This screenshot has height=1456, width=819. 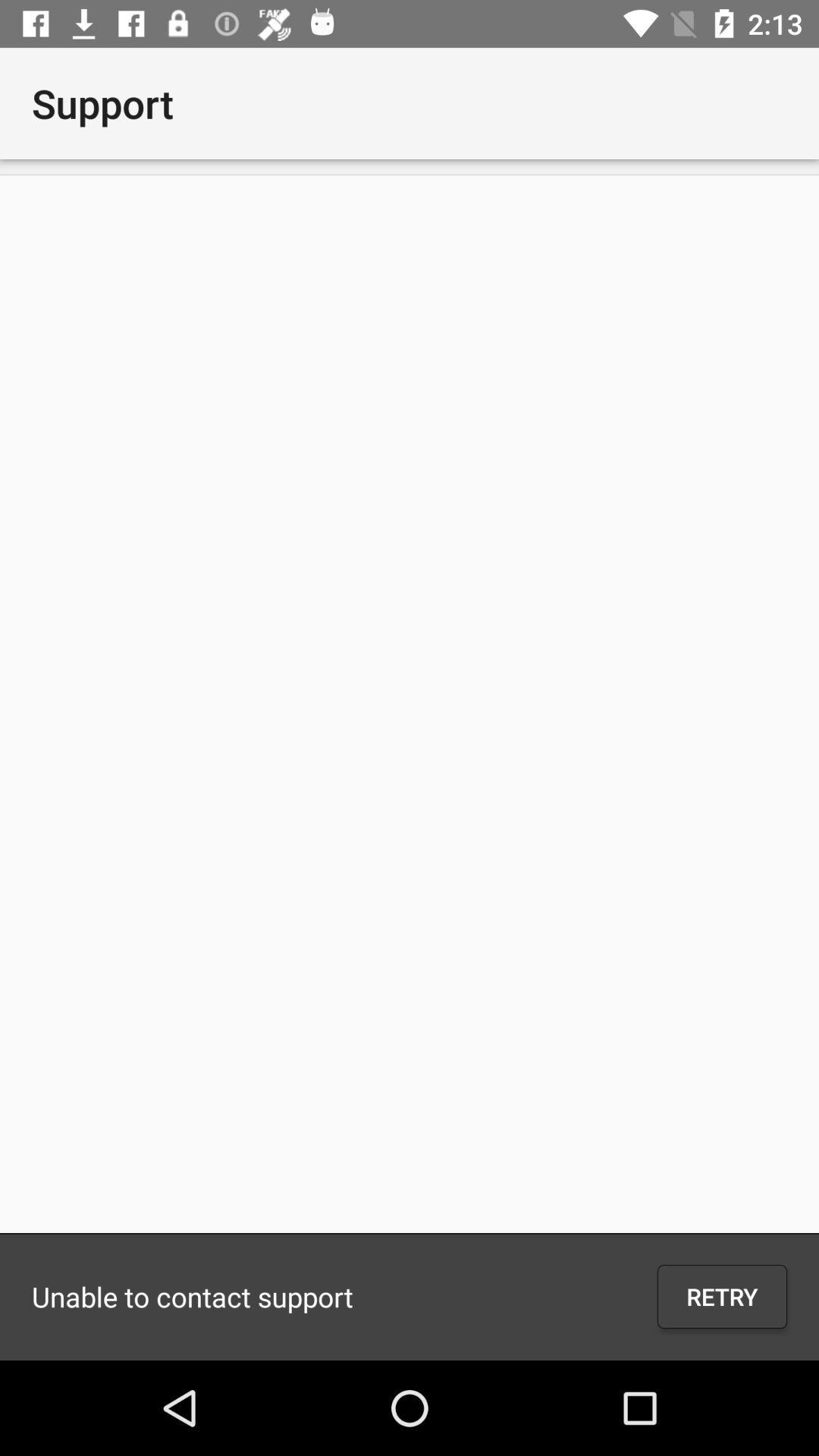 I want to click on icon at the bottom right corner, so click(x=721, y=1295).